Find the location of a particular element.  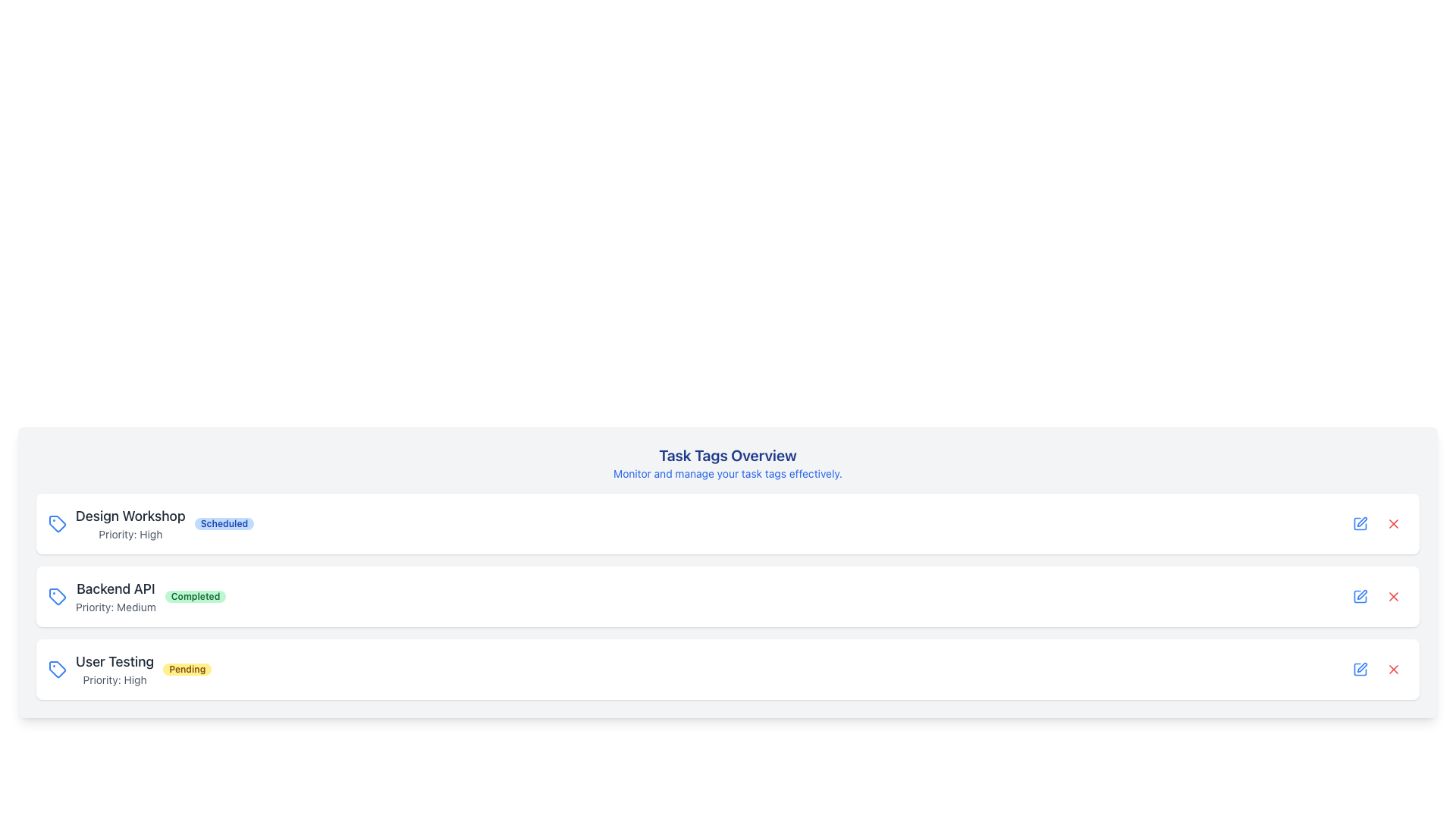

the delete button located on the far right side of the task 'Design Workshop' is located at coordinates (1394, 522).